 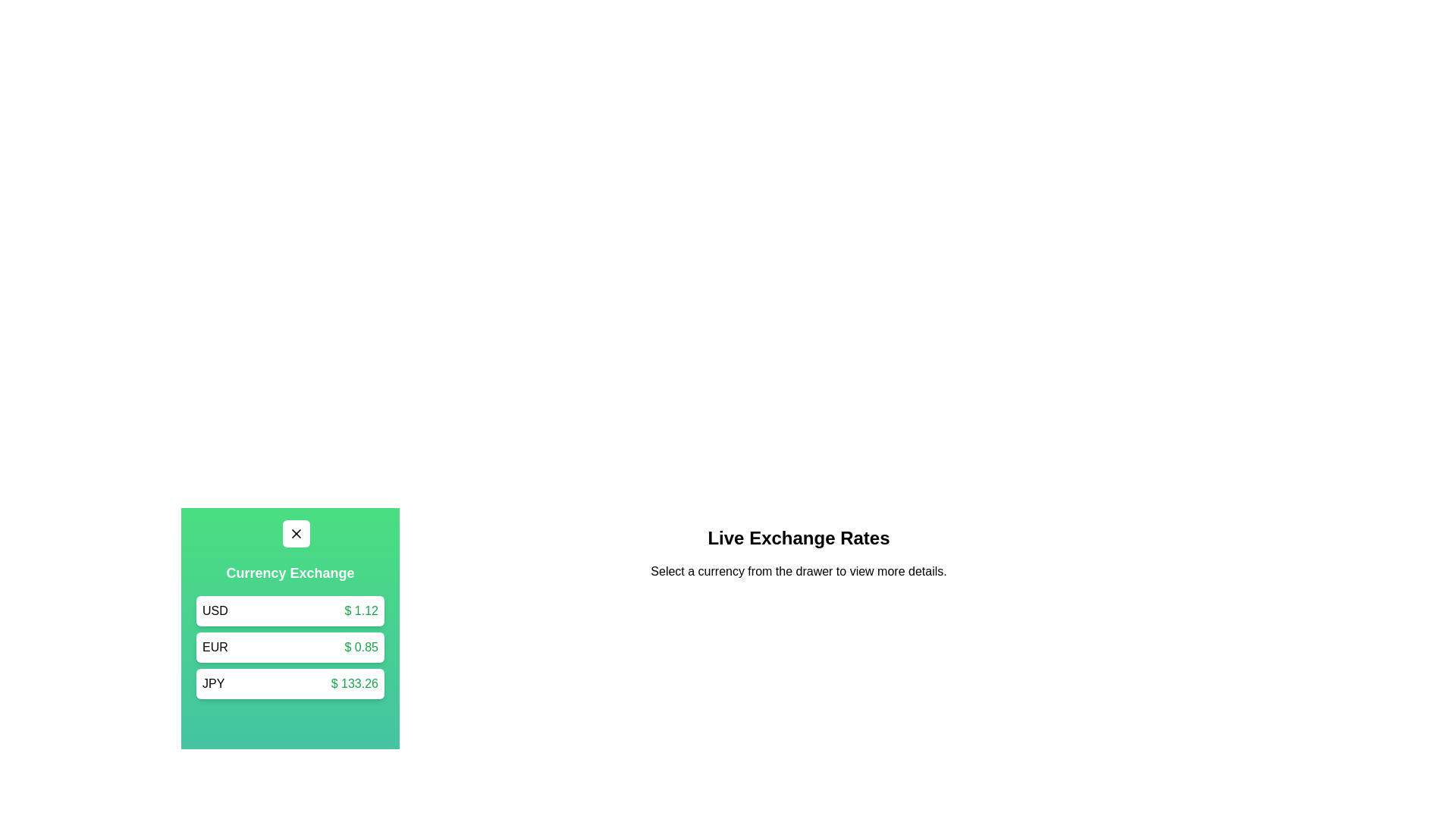 I want to click on toggle button to open or close the drawer, so click(x=296, y=533).